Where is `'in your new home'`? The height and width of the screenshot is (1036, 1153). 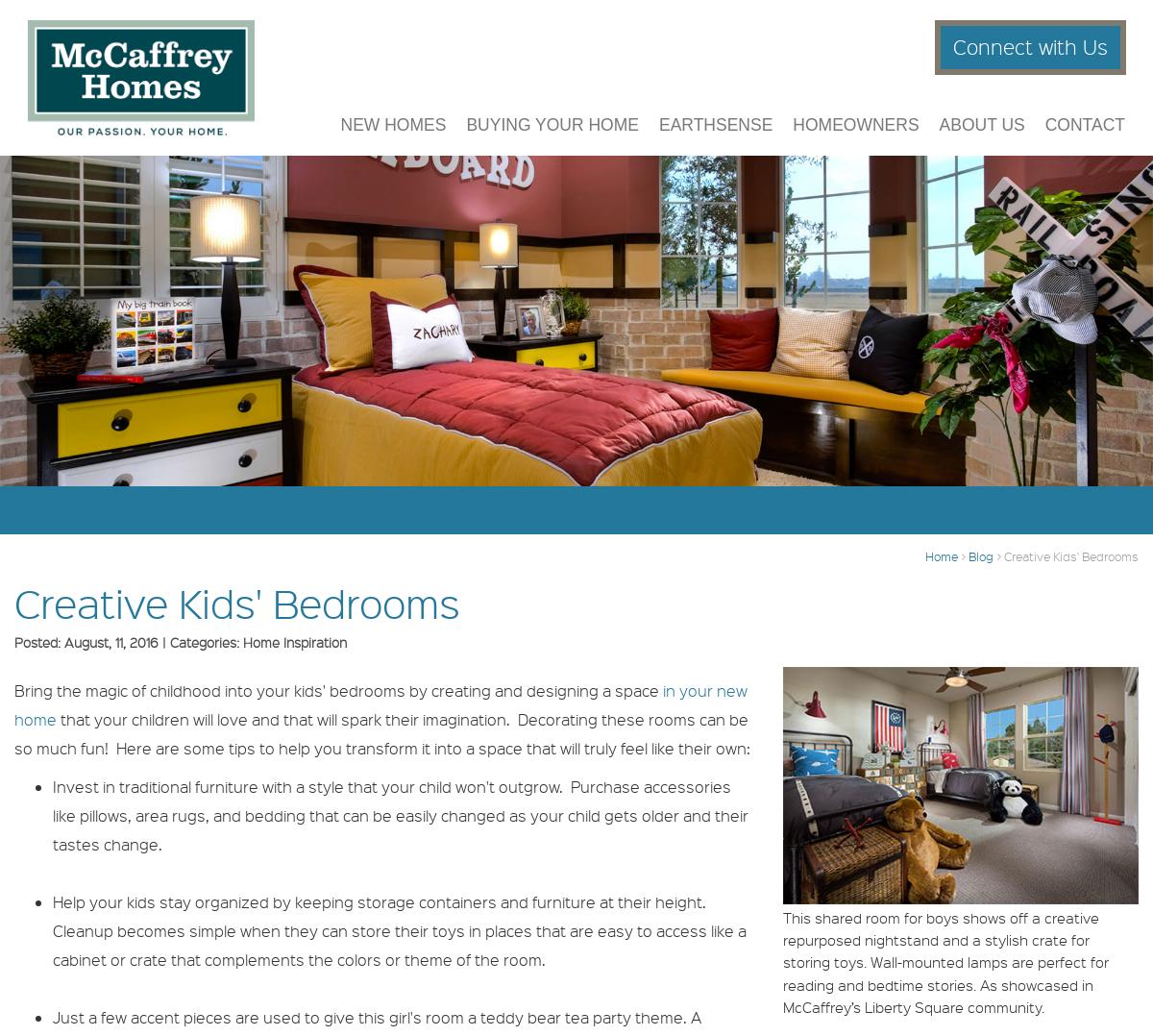
'in your new home' is located at coordinates (380, 703).